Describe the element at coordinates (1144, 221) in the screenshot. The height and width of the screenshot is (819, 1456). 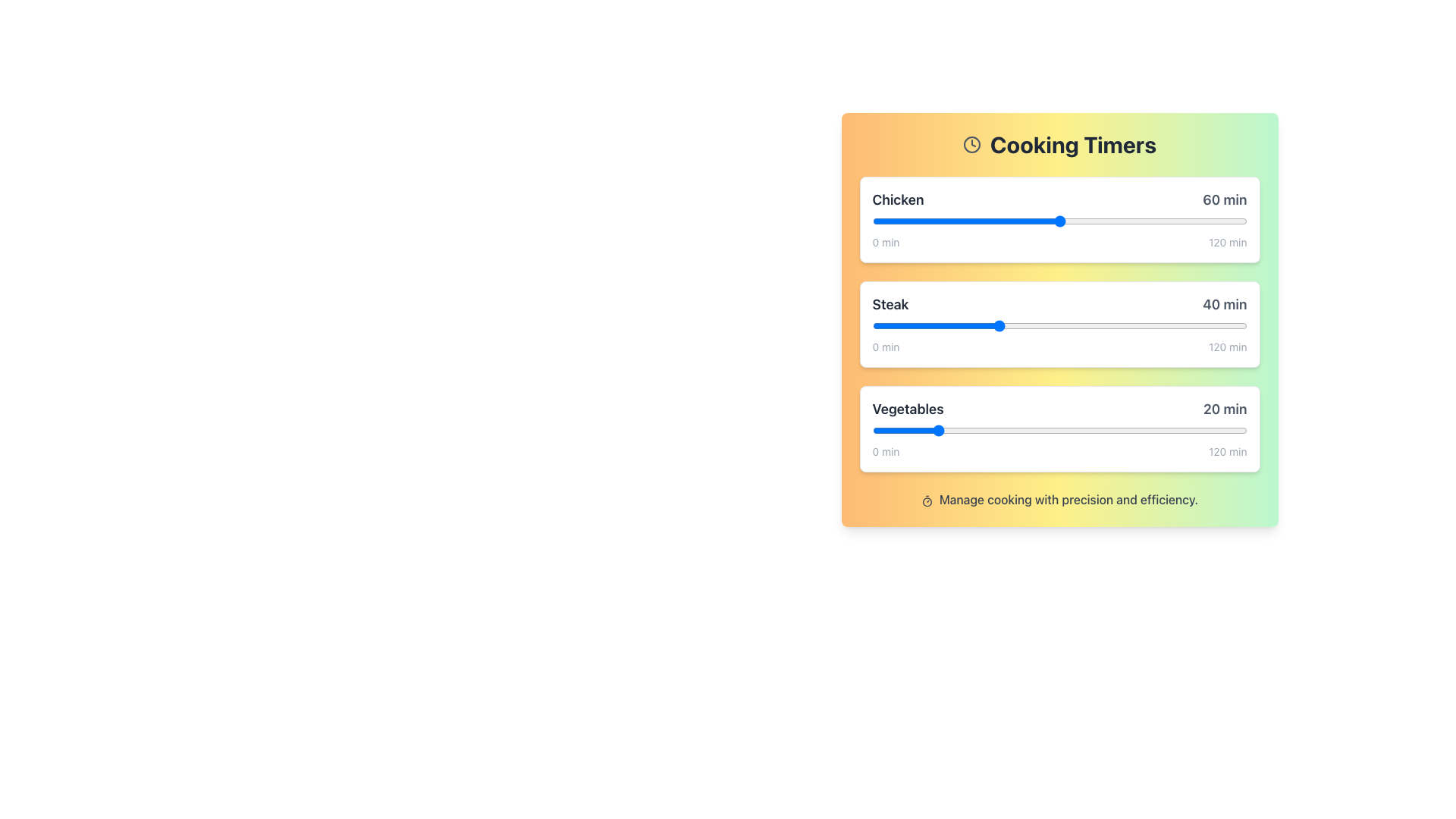
I see `the cooking timer value` at that location.